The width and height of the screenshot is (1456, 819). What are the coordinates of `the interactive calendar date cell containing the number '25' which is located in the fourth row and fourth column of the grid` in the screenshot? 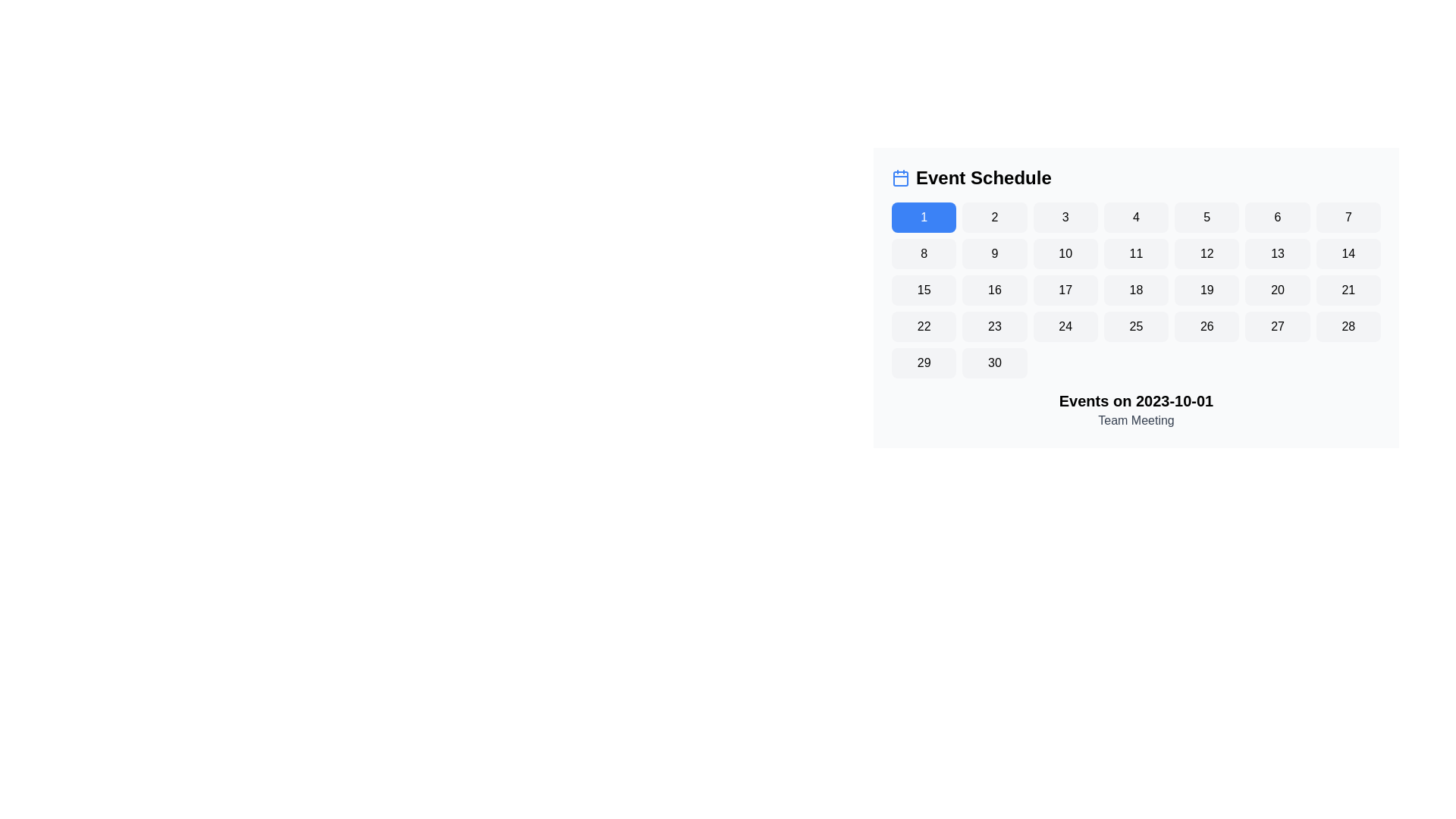 It's located at (1136, 326).